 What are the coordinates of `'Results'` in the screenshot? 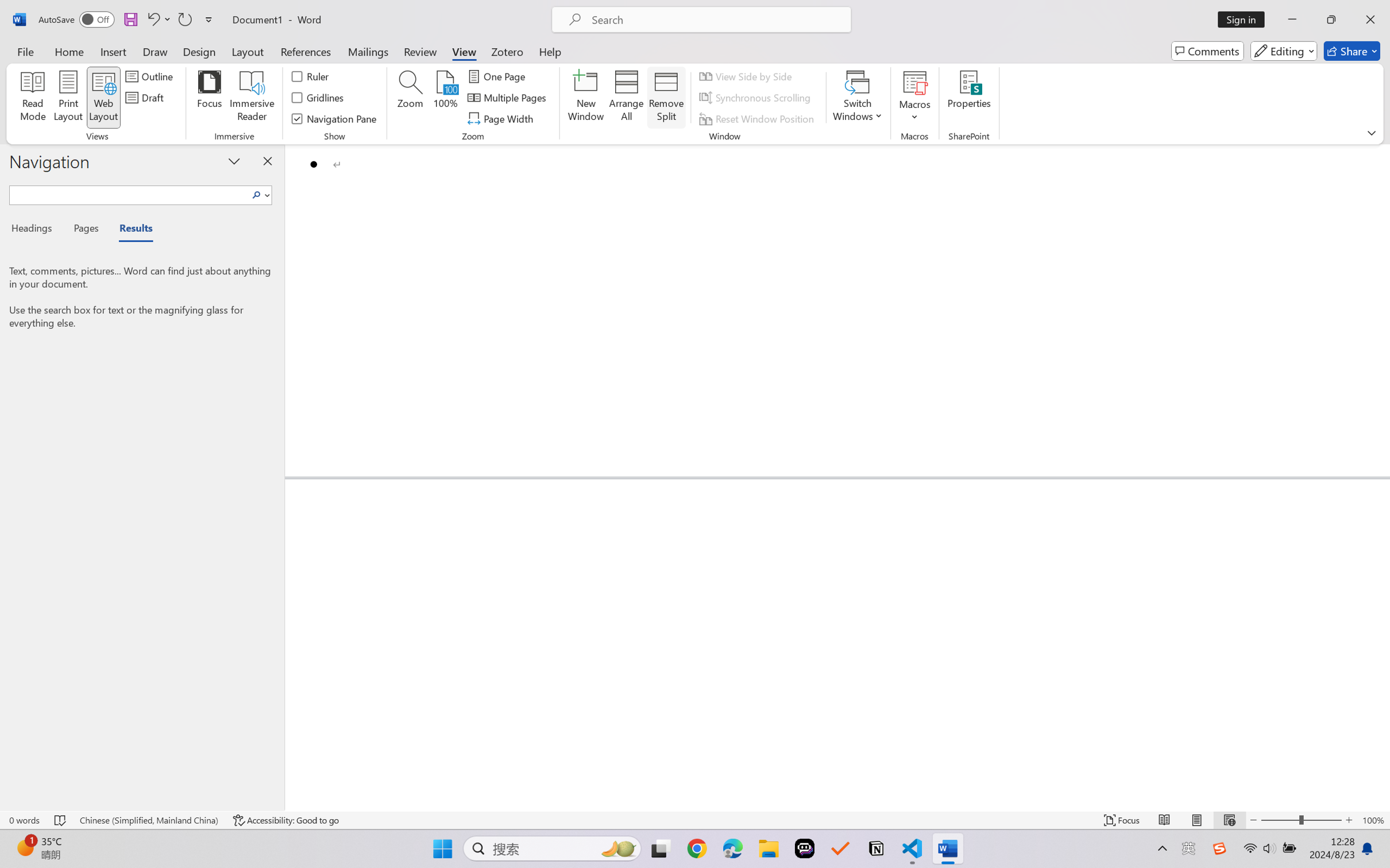 It's located at (130, 230).